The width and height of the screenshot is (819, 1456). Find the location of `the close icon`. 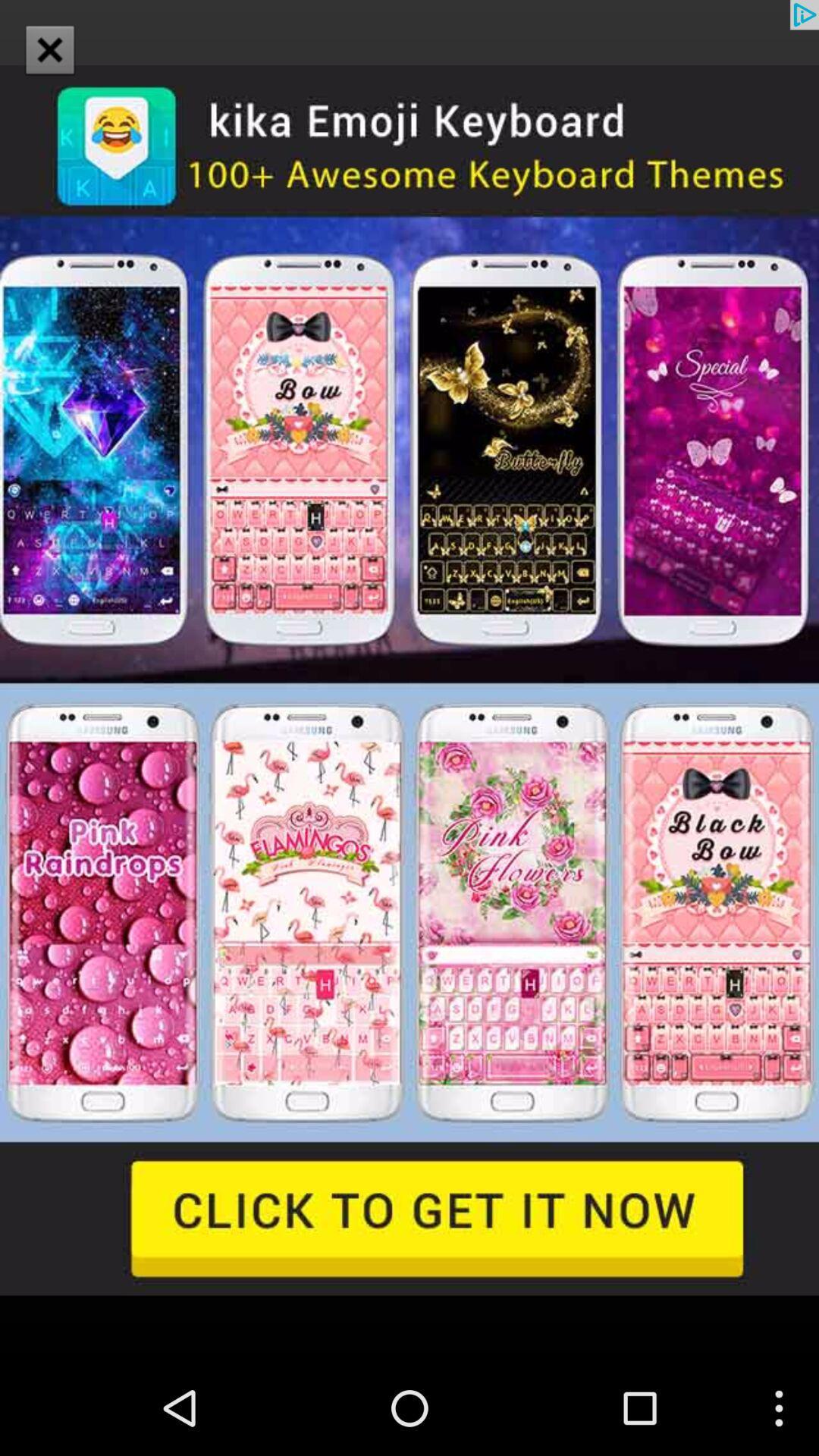

the close icon is located at coordinates (49, 53).